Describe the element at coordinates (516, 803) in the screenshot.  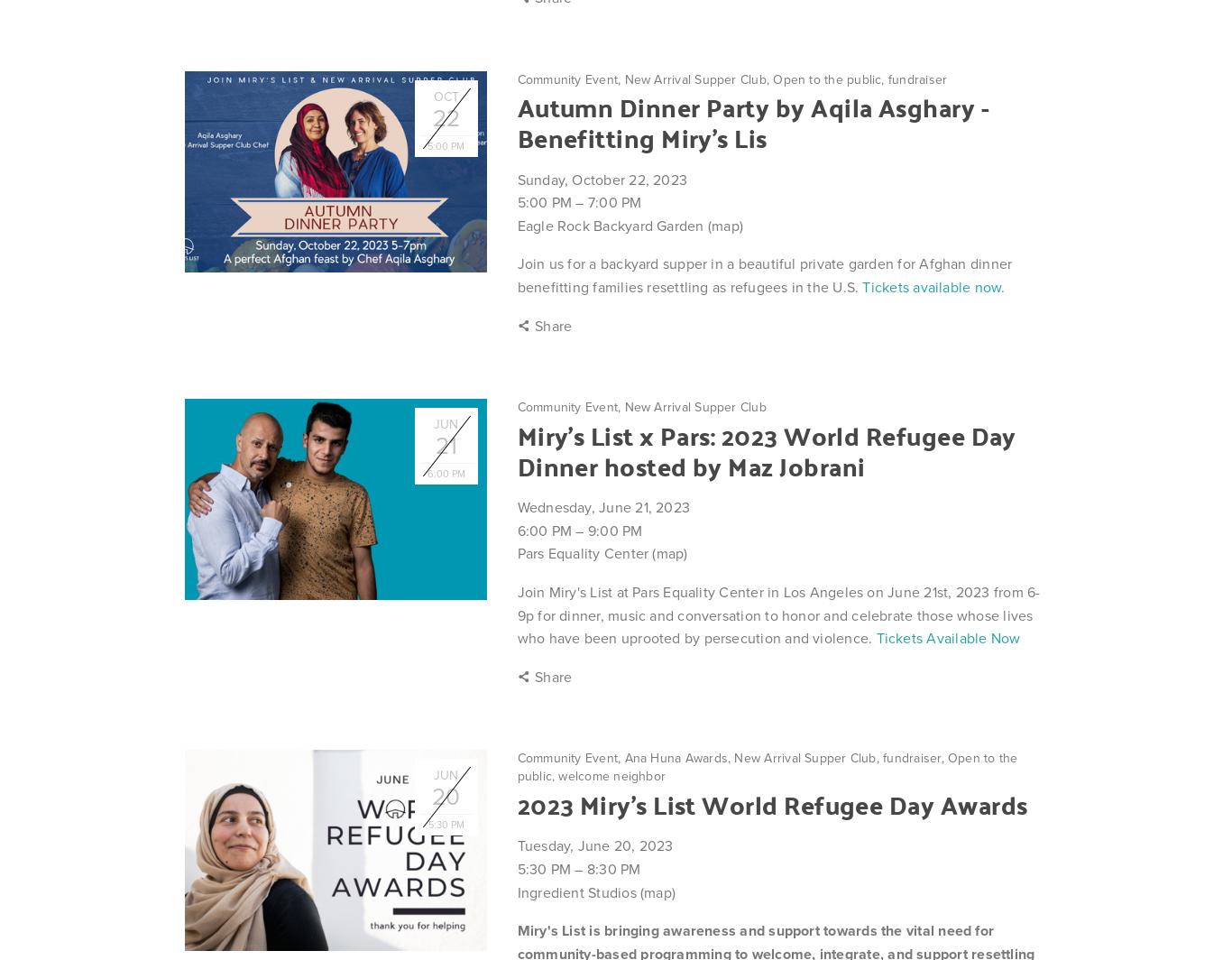
I see `'2023 Miry's List World Refugee Day  Awards'` at that location.